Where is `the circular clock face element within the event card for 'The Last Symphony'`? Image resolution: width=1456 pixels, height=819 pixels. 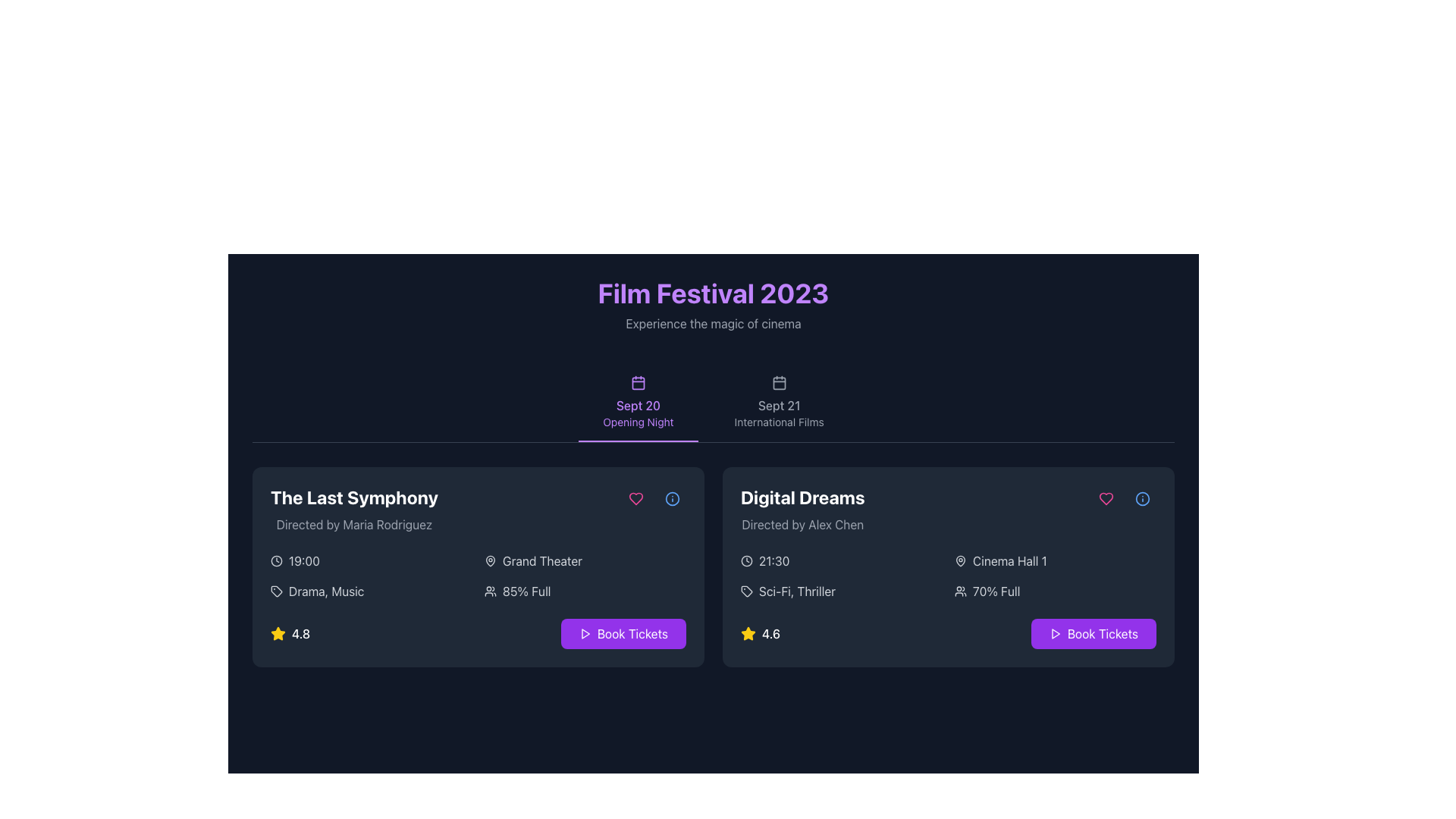 the circular clock face element within the event card for 'The Last Symphony' is located at coordinates (276, 561).